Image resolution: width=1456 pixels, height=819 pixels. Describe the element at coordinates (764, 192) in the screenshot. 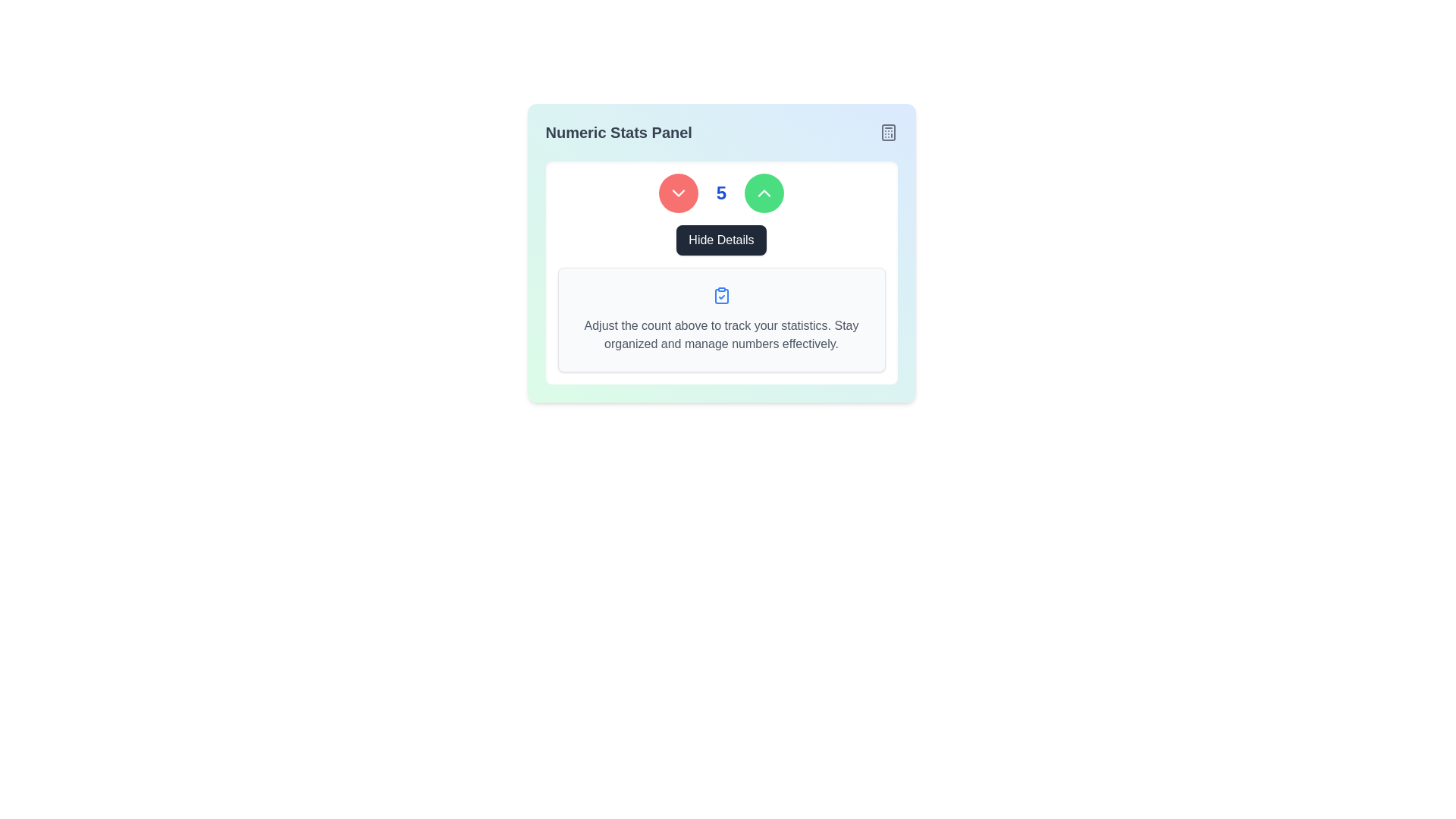

I see `the circular green button with a white upward chevron icon to increment the value, located to the right of the numeric value '5' and a red button with a downward chevron icon` at that location.